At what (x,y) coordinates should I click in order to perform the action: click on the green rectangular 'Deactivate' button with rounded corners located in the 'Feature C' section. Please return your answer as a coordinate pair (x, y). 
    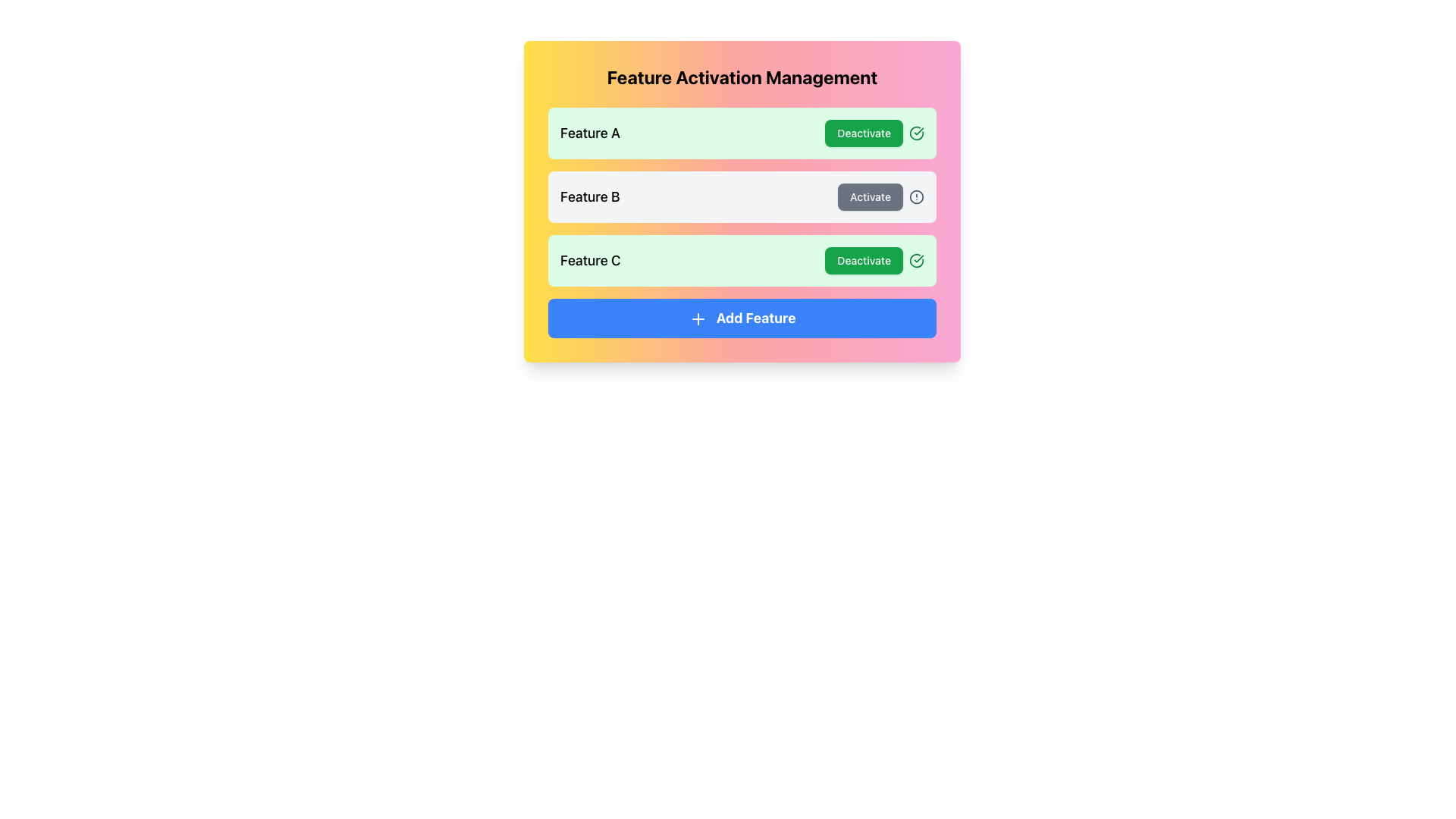
    Looking at the image, I should click on (874, 259).